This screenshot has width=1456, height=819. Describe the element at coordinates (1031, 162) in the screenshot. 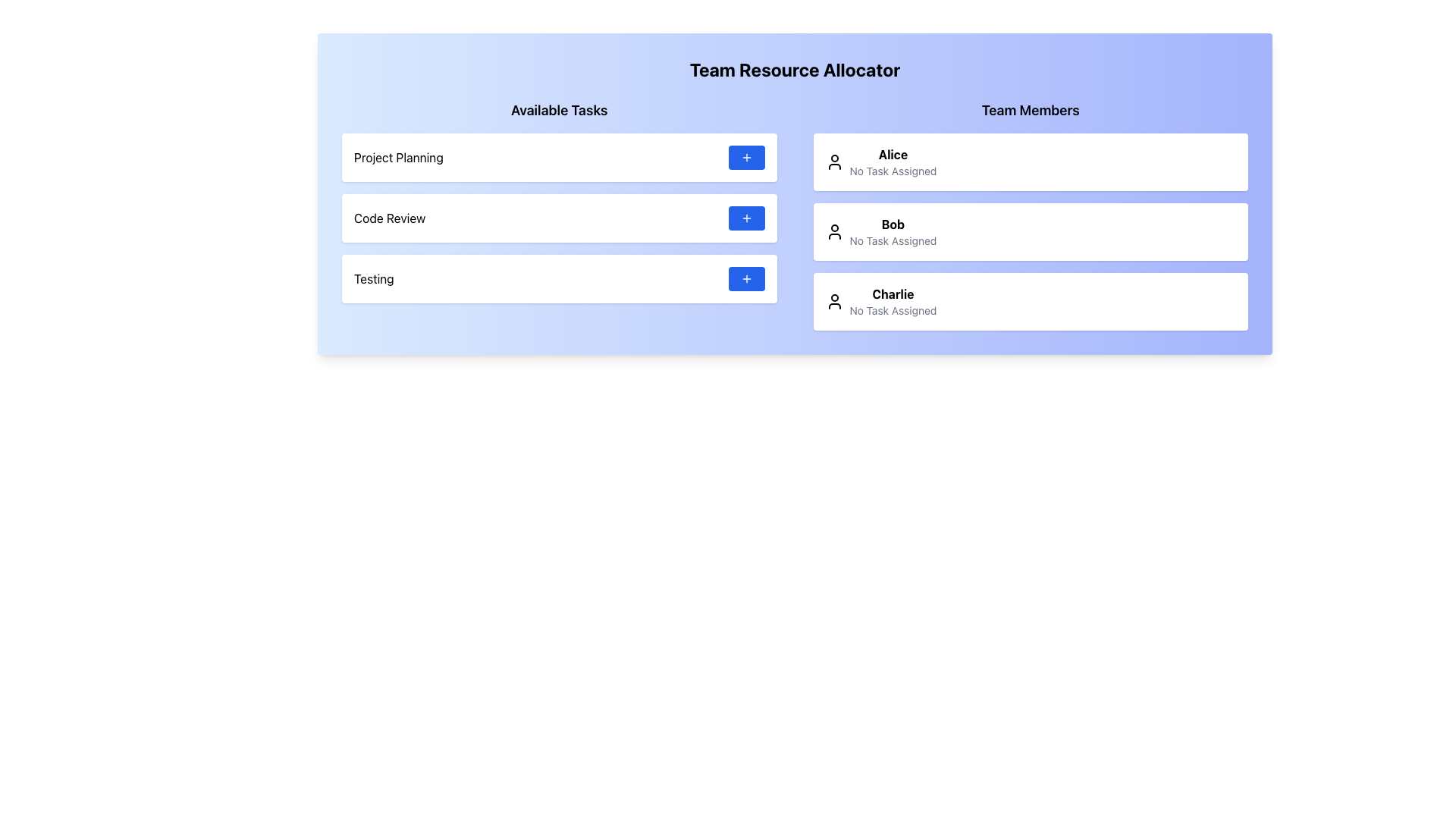

I see `the details shown in the Profile Display Card for the first team member under the 'Team Members' header` at that location.